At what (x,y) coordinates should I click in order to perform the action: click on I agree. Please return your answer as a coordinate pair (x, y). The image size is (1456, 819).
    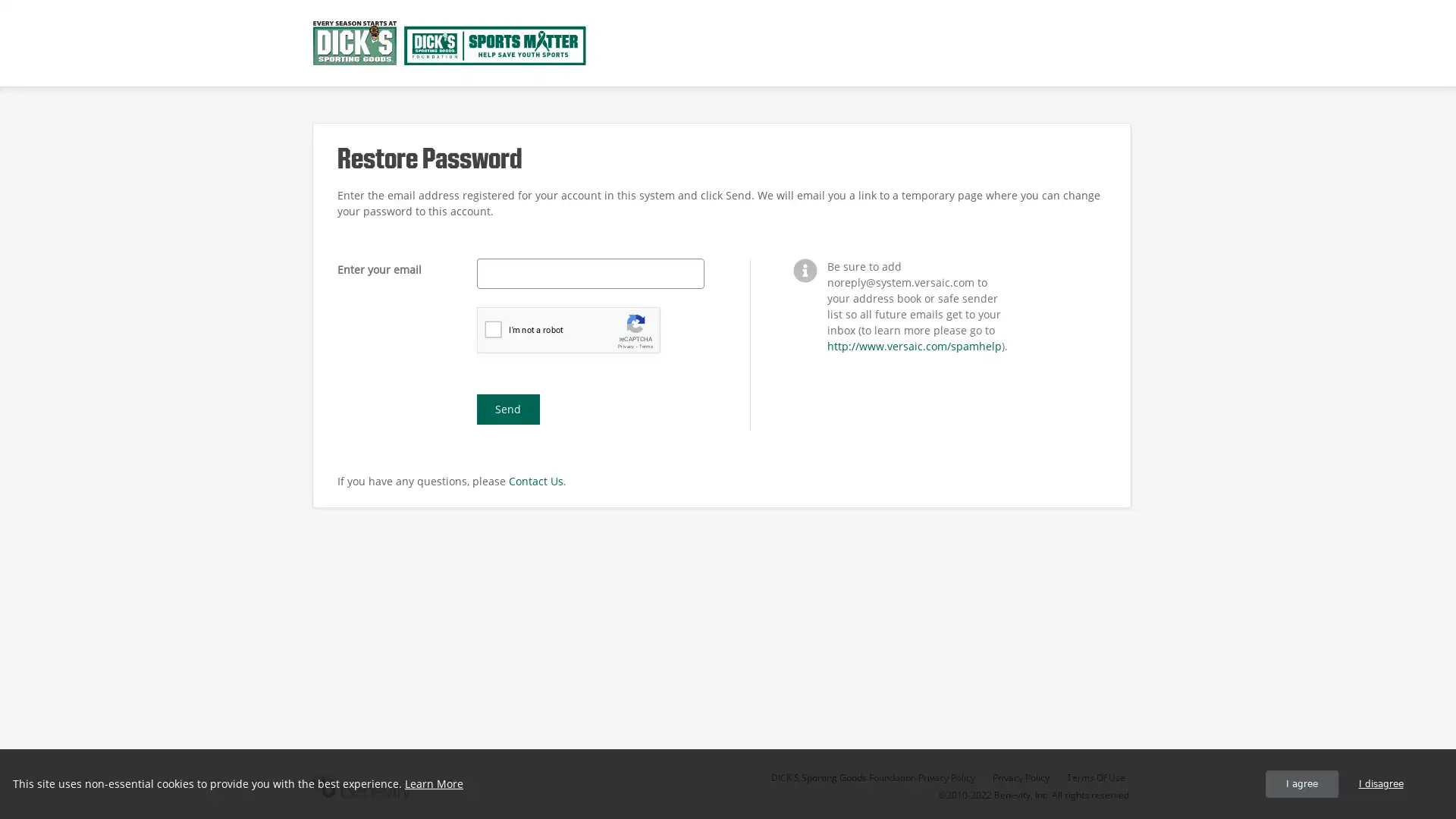
    Looking at the image, I should click on (1301, 783).